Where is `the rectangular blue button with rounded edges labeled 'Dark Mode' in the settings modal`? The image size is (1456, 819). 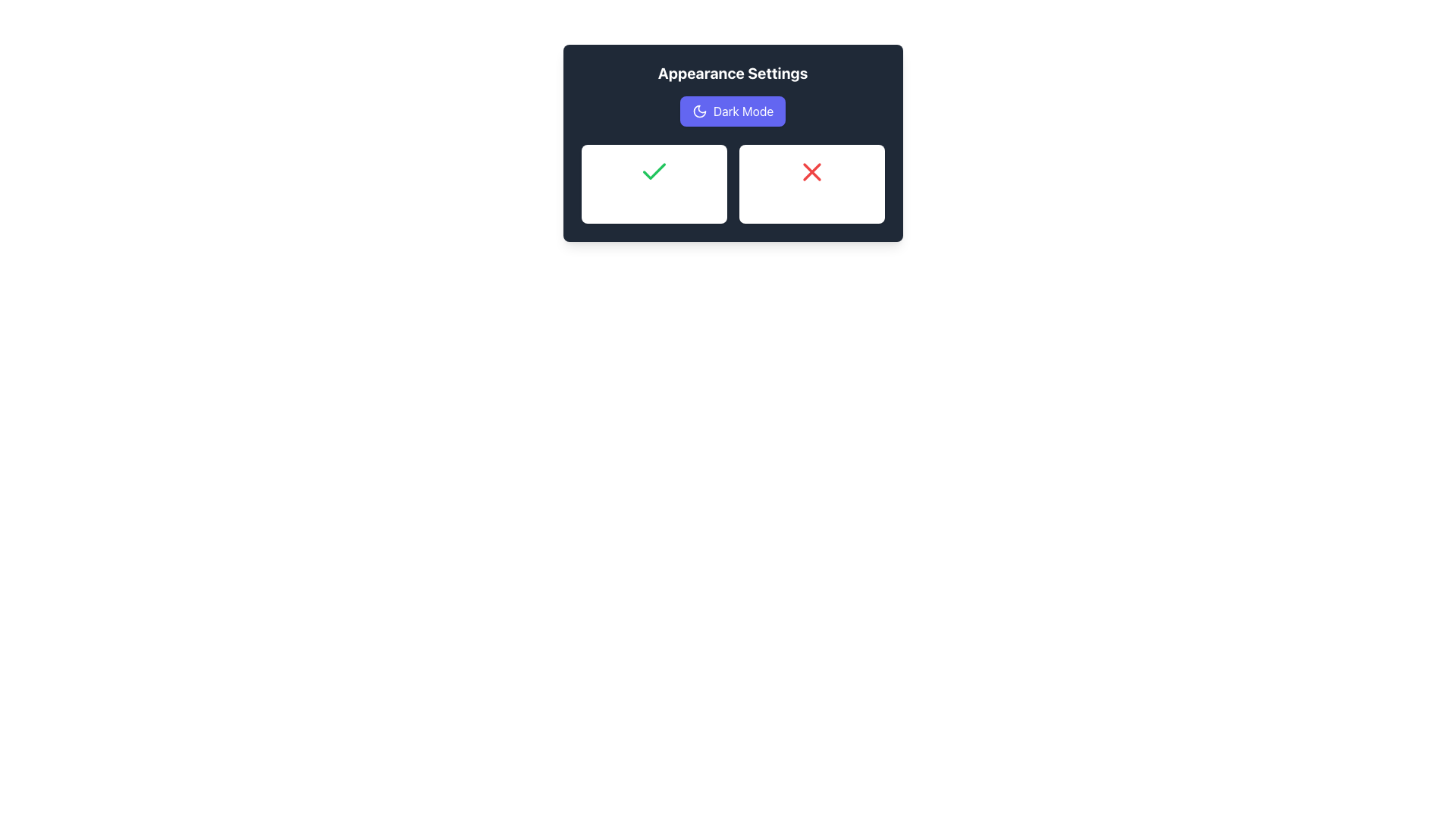
the rectangular blue button with rounded edges labeled 'Dark Mode' in the settings modal is located at coordinates (733, 110).